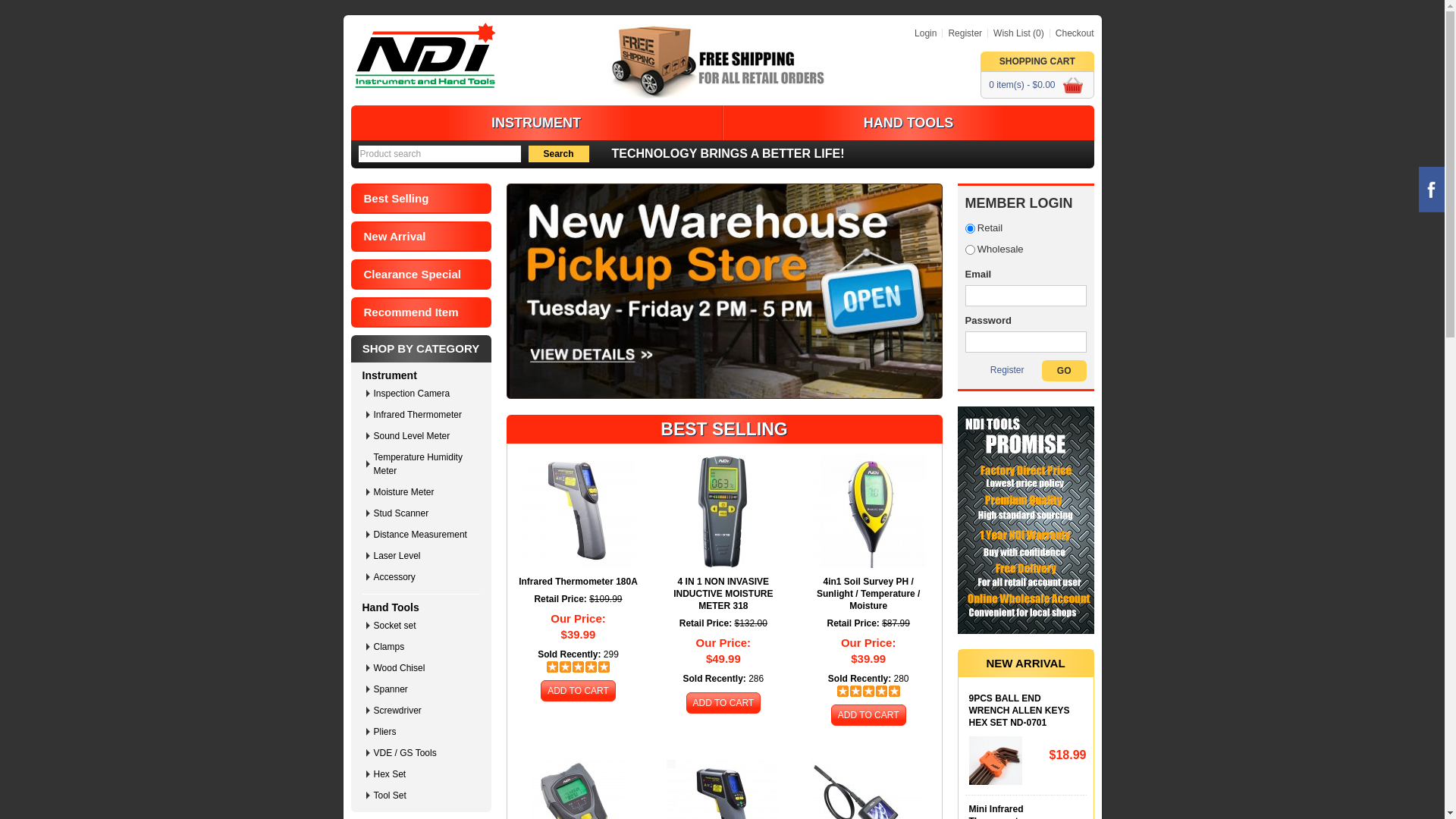 This screenshot has height=819, width=1456. I want to click on 'Hex Set', so click(424, 774).